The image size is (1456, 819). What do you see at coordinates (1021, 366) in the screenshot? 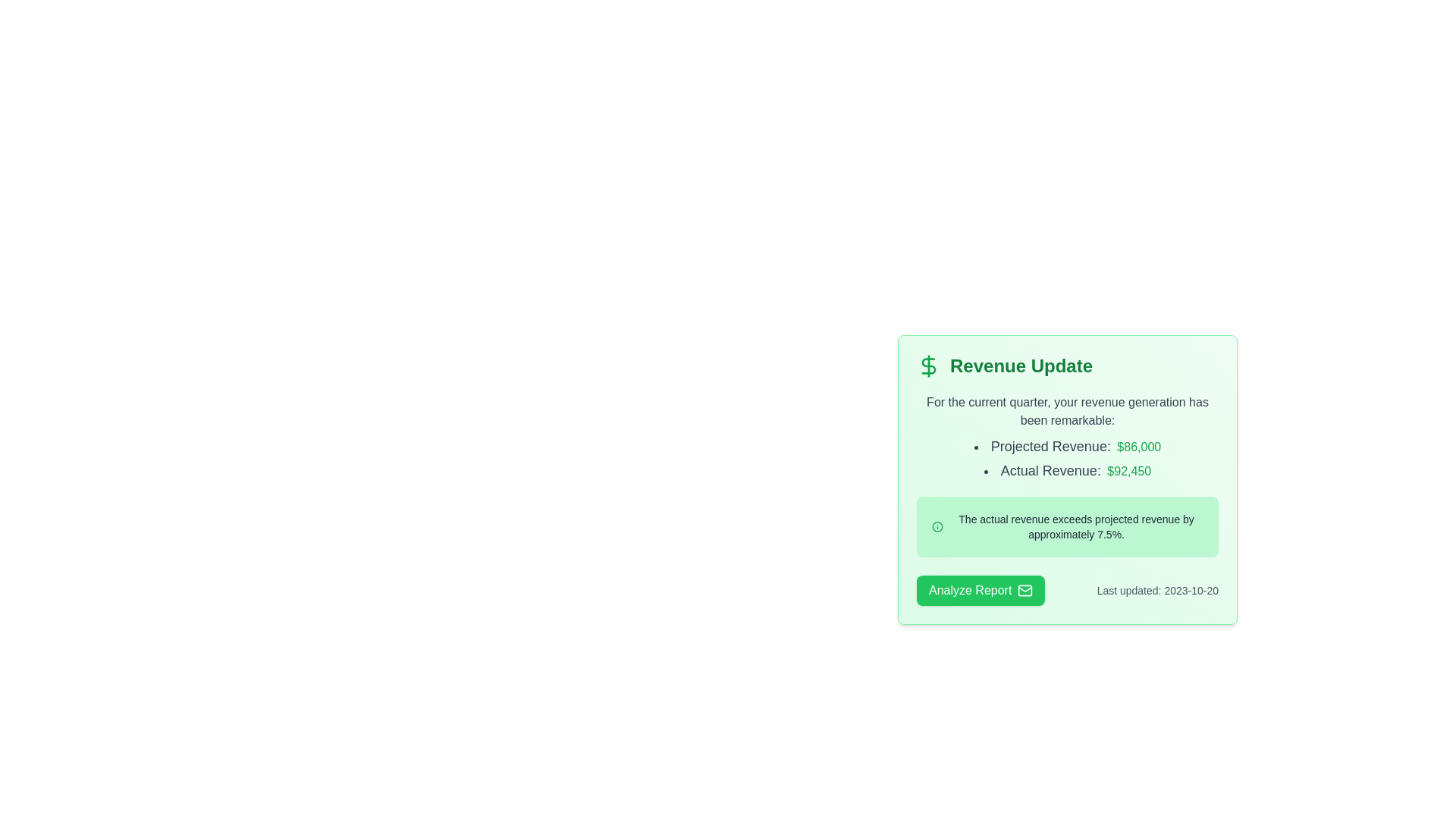
I see `the bold green text 'Revenue Update' located within the top section of a green card interface, positioned to the right of a green dollar icon` at bounding box center [1021, 366].